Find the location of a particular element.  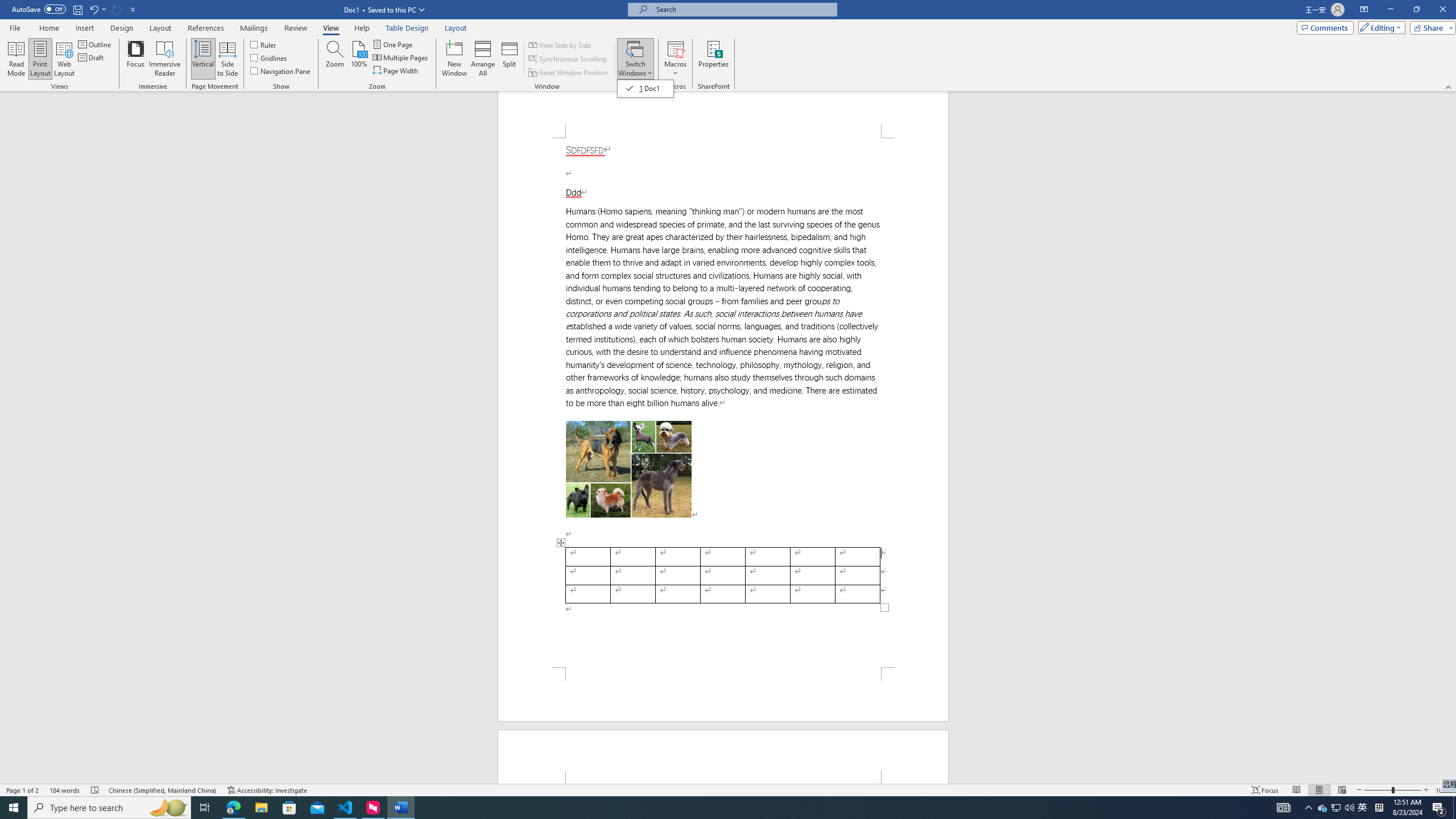

'Ruler' is located at coordinates (264, 44).